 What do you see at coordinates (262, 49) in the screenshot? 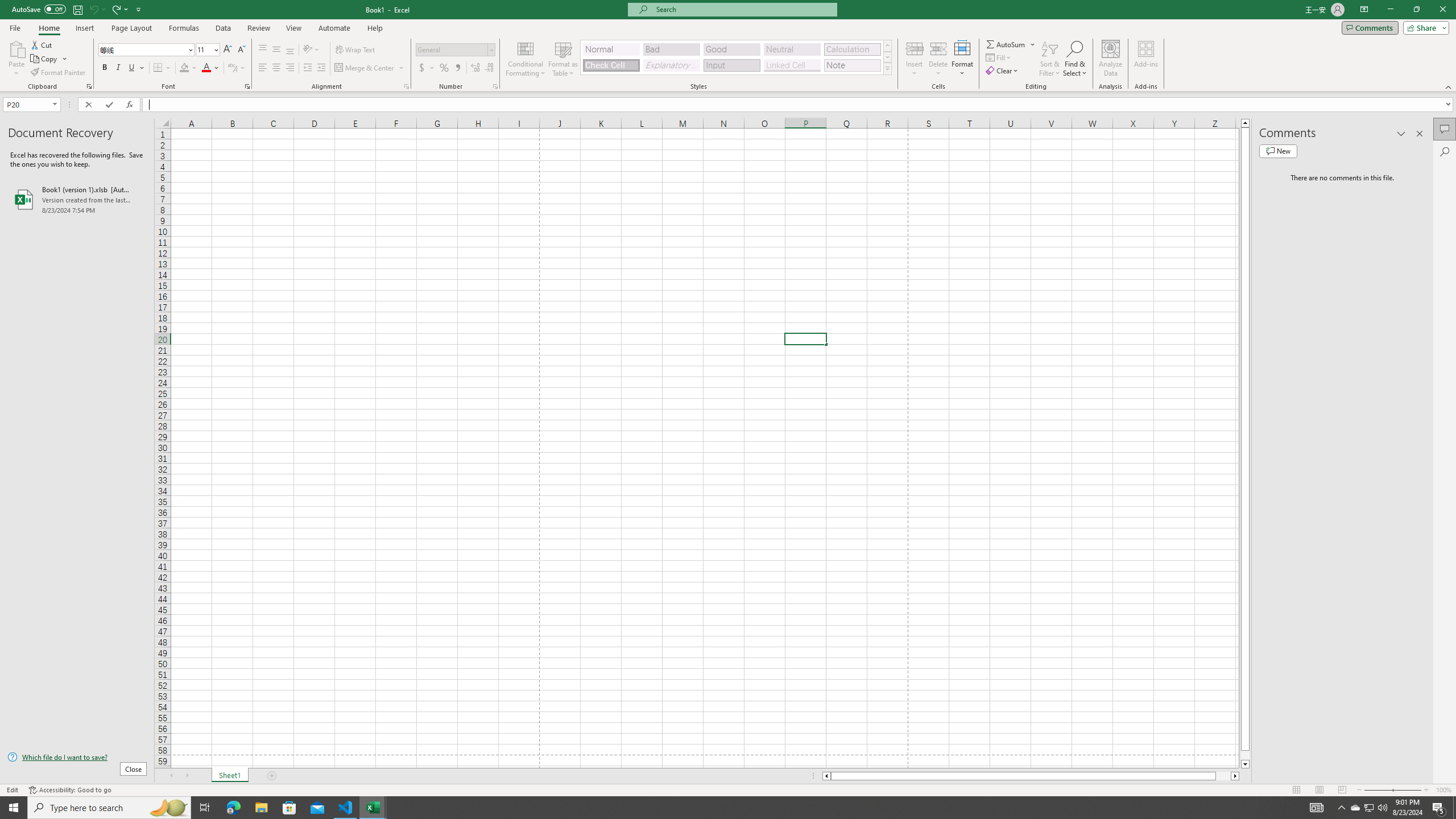
I see `'Top Align'` at bounding box center [262, 49].